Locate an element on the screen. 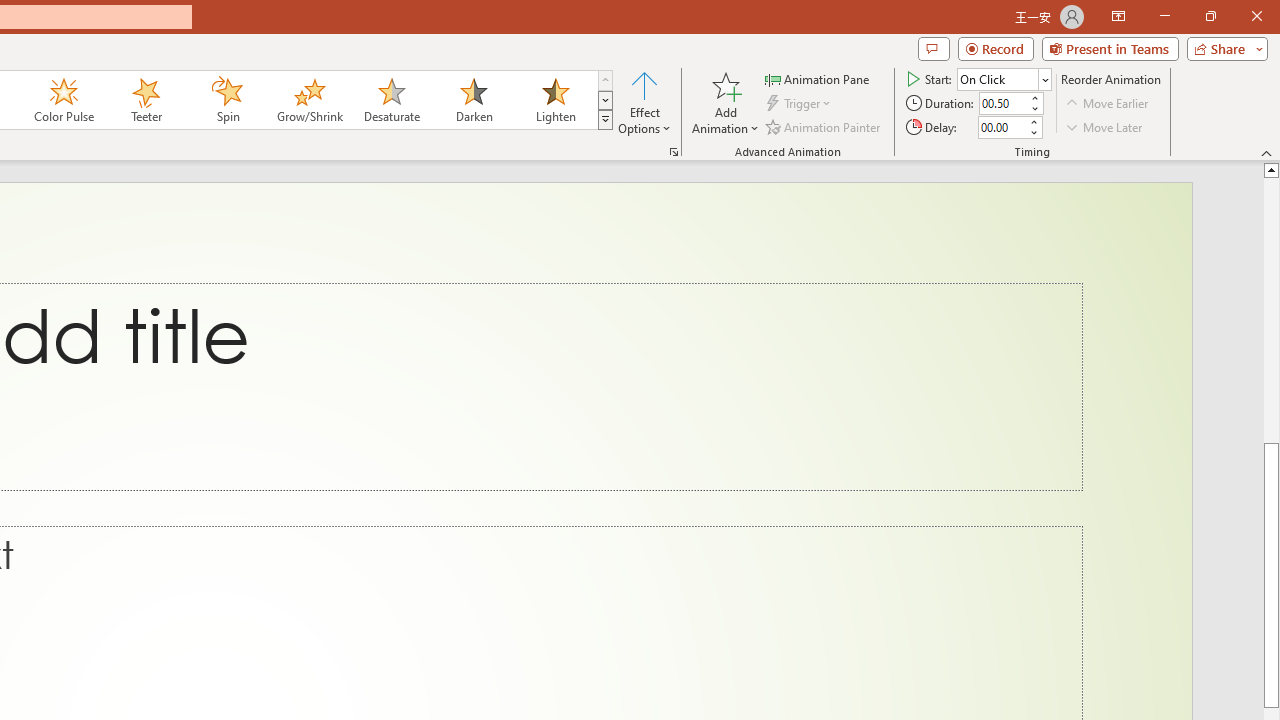 This screenshot has width=1280, height=720. 'Grow/Shrink' is located at coordinates (308, 100).